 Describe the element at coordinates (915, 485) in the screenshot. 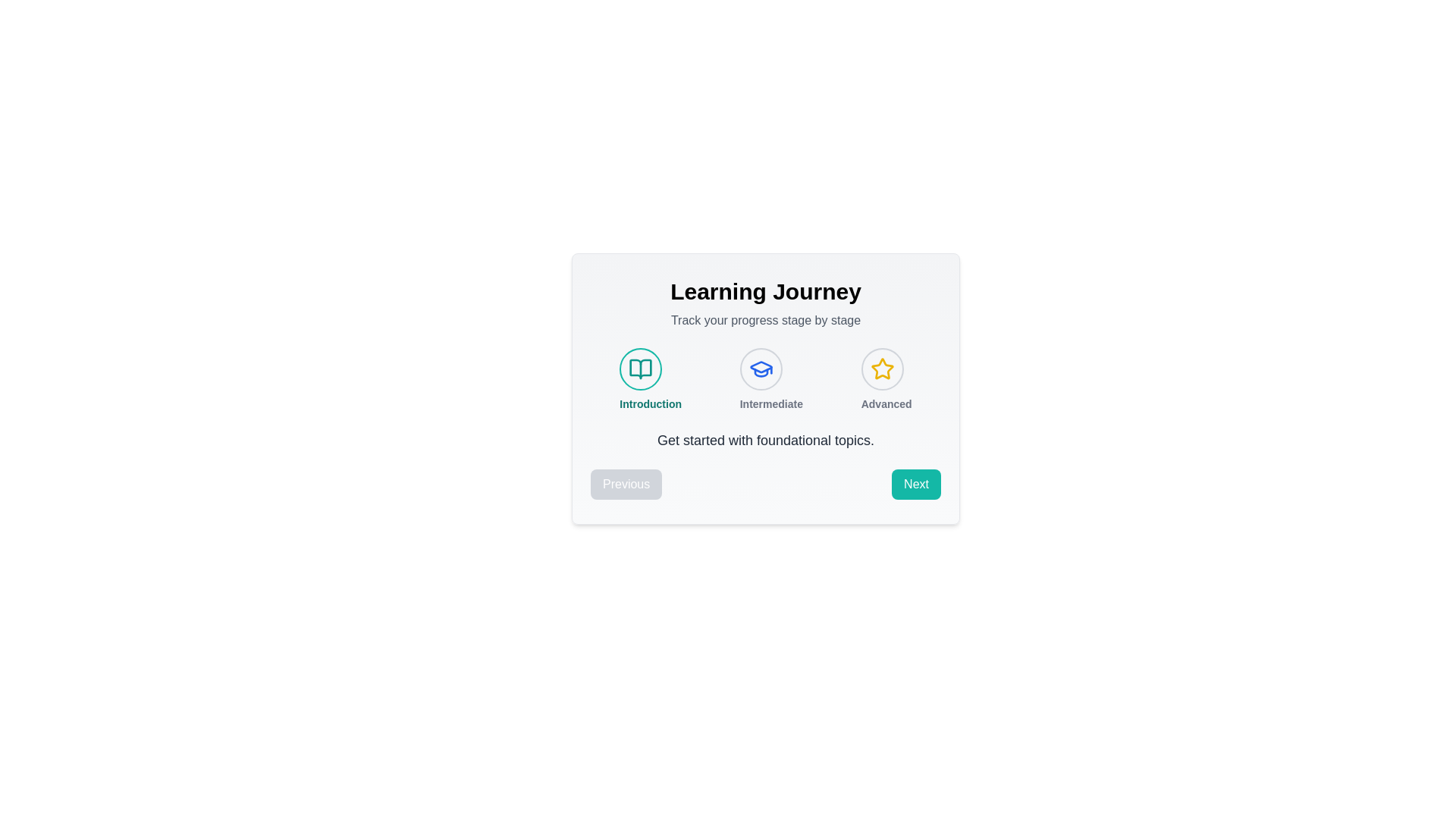

I see `the 'Next' button to navigate forward` at that location.